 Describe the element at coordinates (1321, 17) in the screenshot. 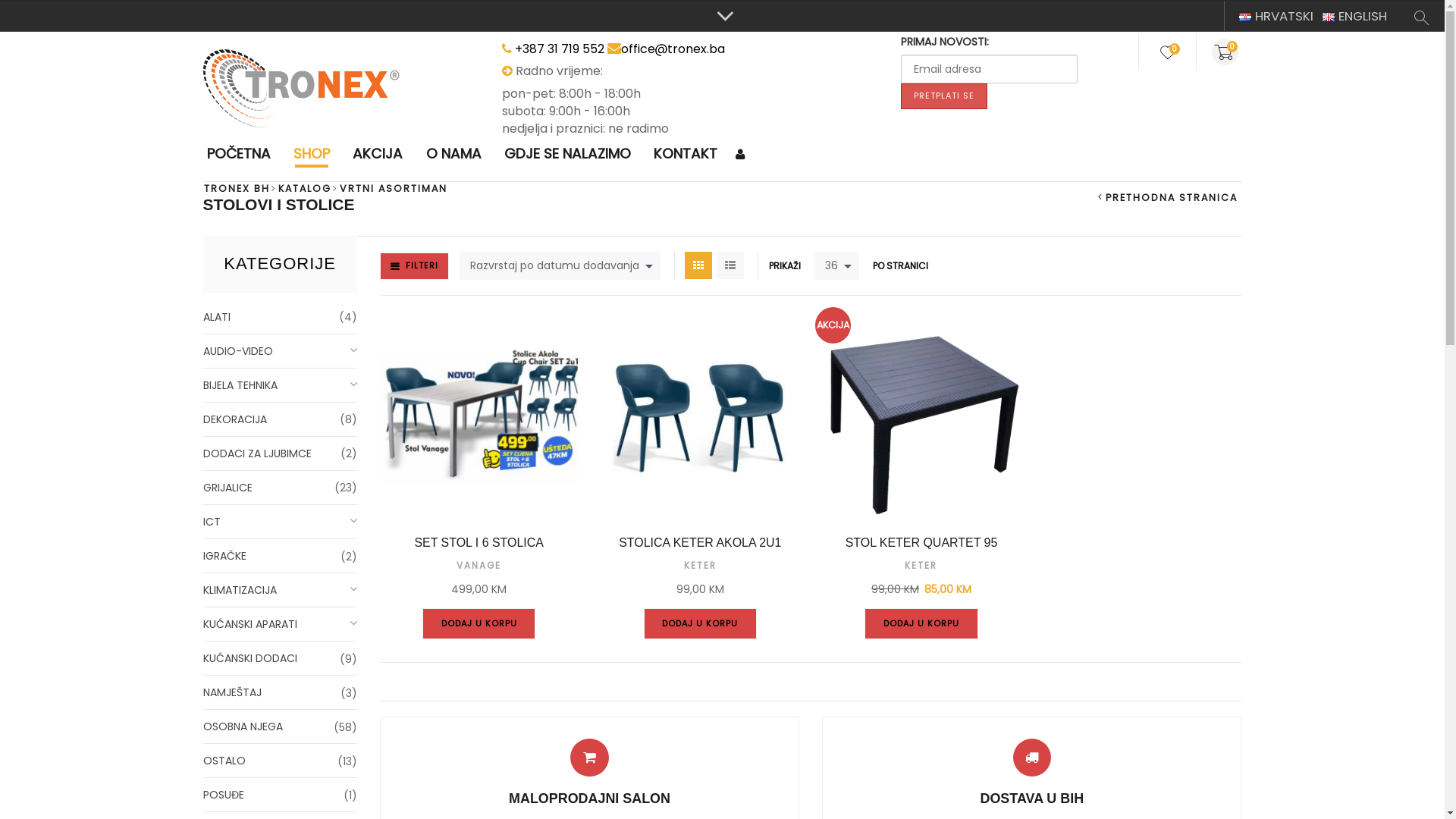

I see `'English'` at that location.